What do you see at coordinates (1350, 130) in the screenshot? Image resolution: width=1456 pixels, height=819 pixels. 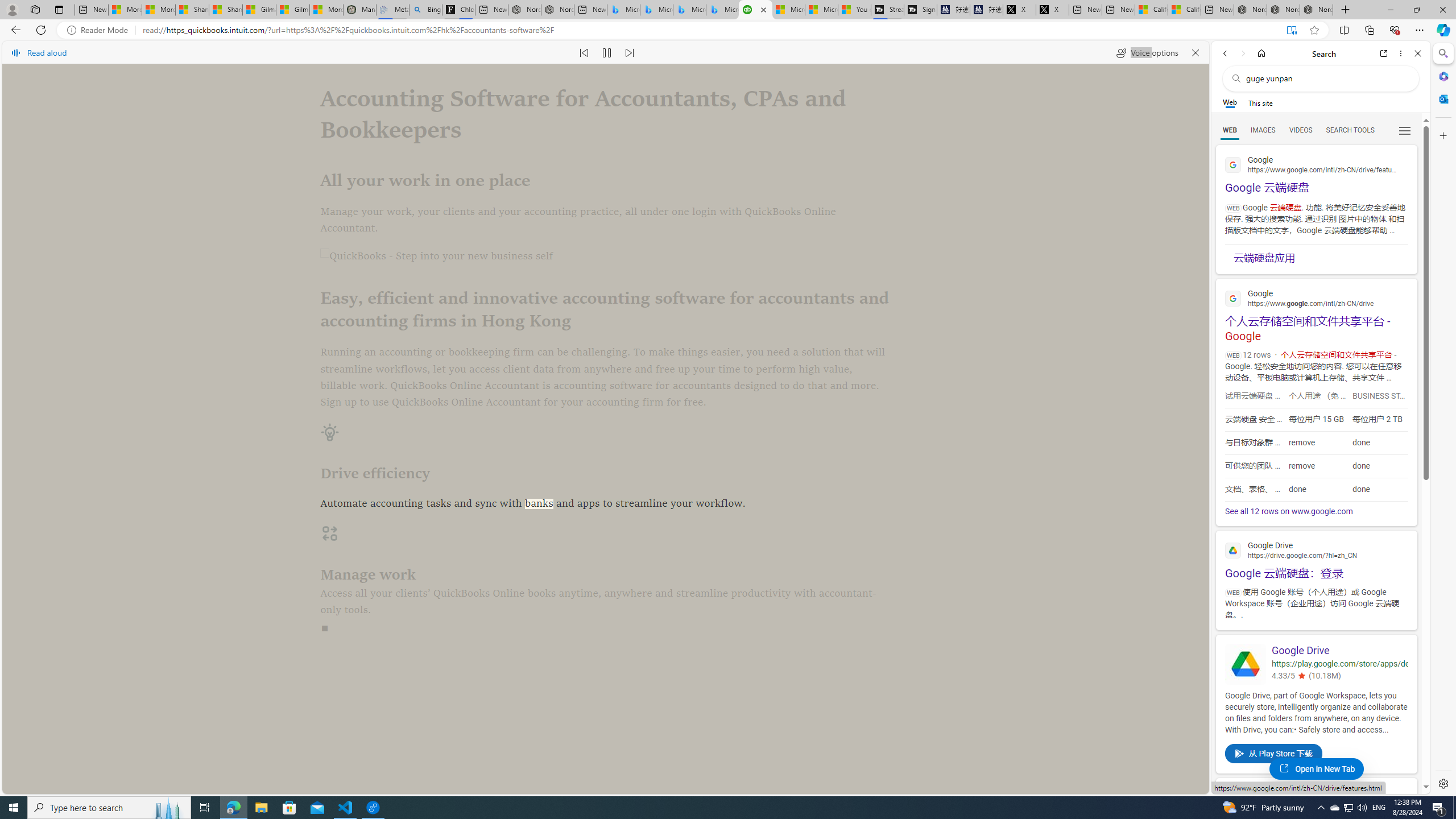 I see `'SEARCH TOOLS'` at bounding box center [1350, 130].